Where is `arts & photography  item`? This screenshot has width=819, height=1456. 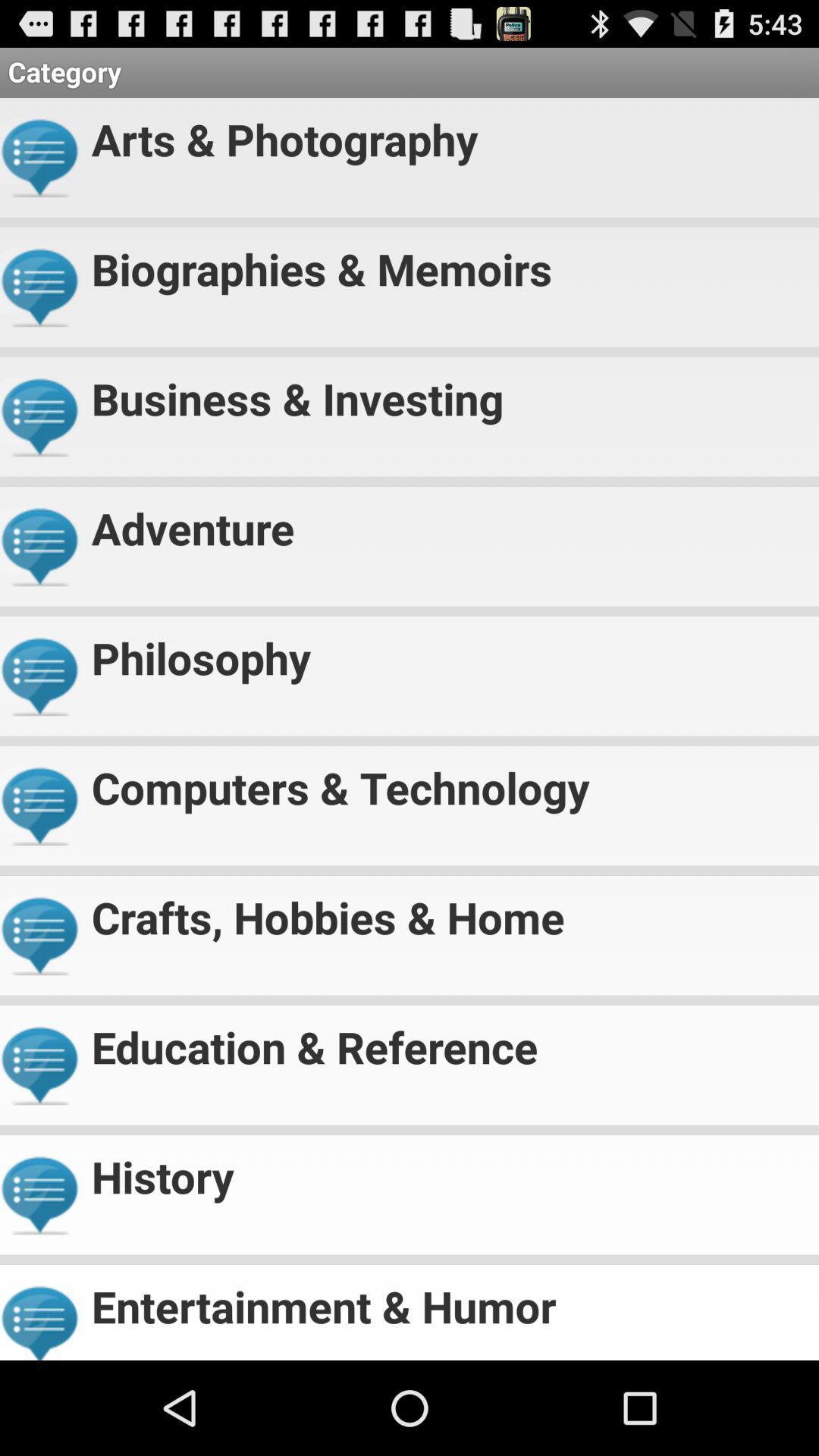 arts & photography  item is located at coordinates (448, 133).